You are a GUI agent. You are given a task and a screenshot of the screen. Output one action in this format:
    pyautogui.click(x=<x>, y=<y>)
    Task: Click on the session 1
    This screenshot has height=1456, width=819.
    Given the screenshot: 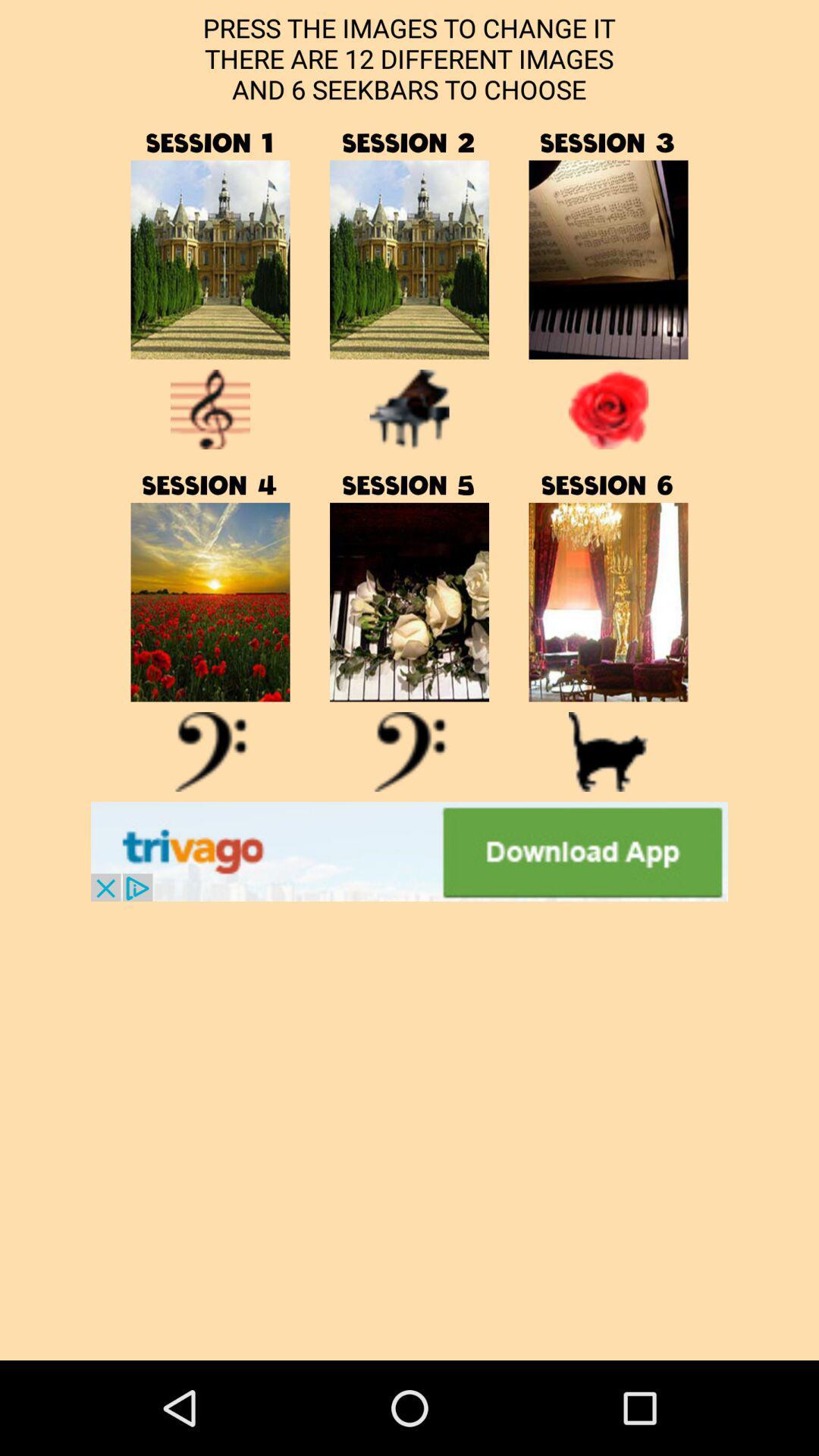 What is the action you would take?
    pyautogui.click(x=210, y=259)
    